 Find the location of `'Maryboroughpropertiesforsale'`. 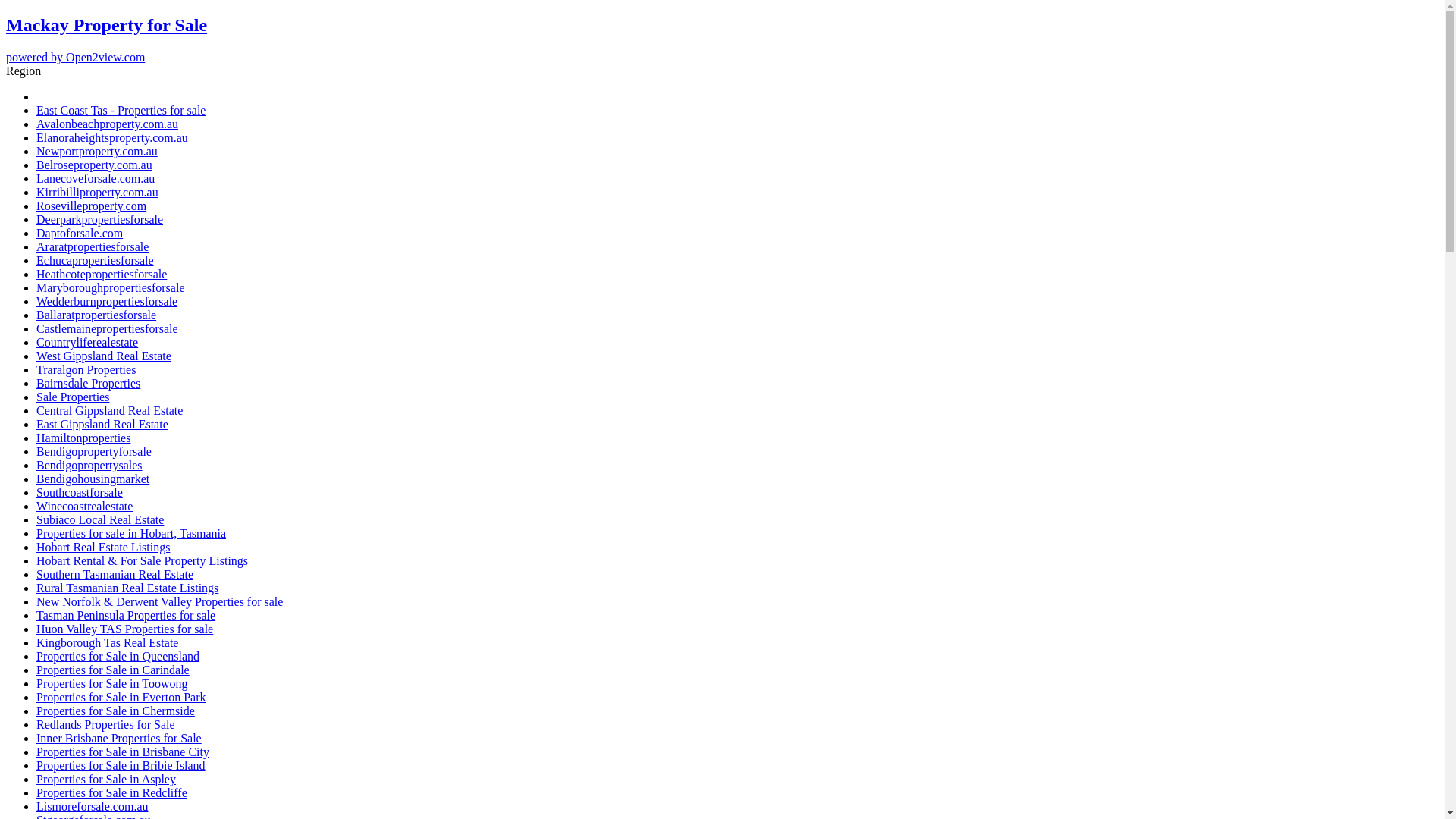

'Maryboroughpropertiesforsale' is located at coordinates (109, 287).